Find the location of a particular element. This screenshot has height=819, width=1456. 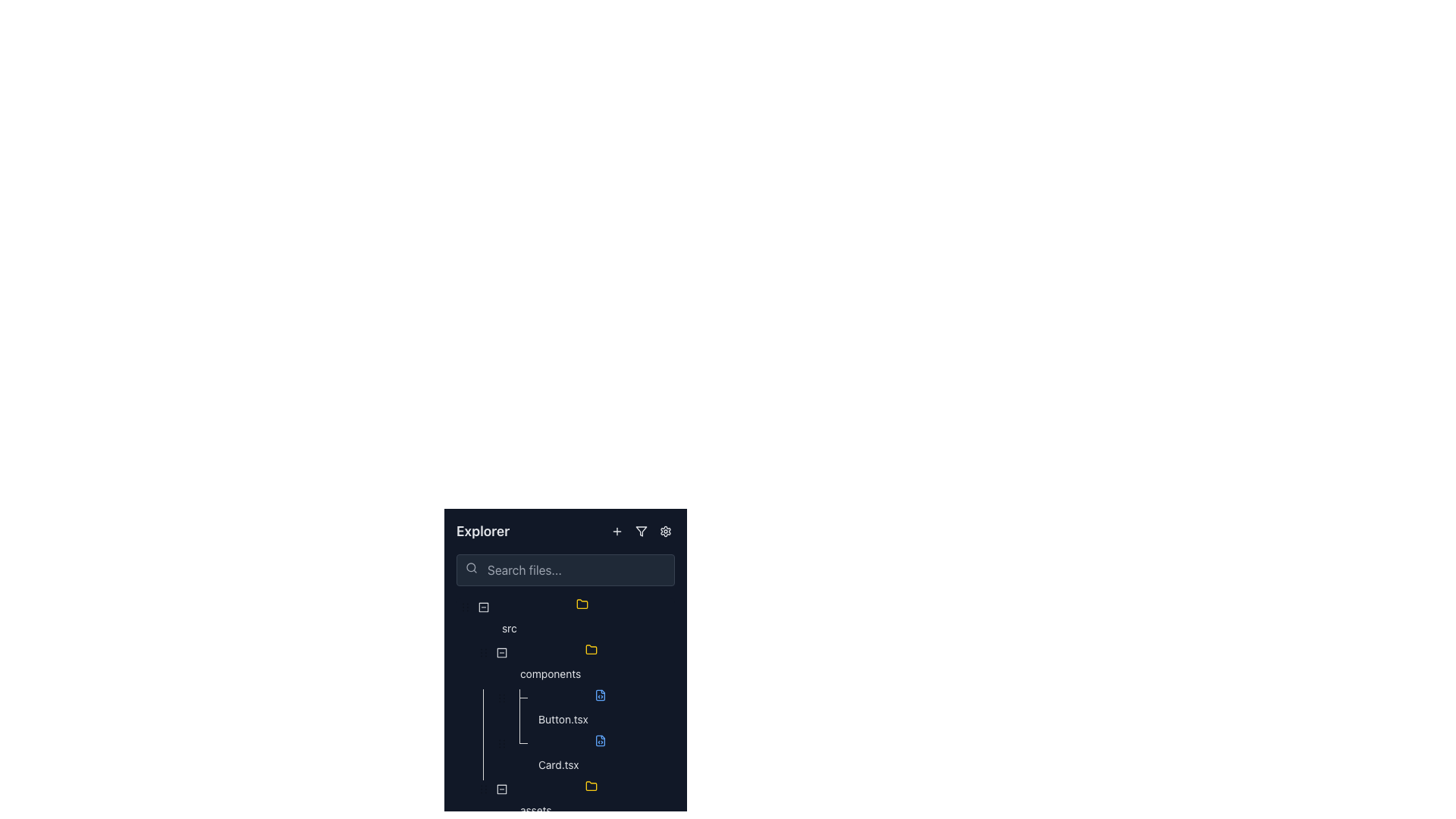

the text label representing the file 'Card.tsx' in the navigation pane is located at coordinates (557, 765).